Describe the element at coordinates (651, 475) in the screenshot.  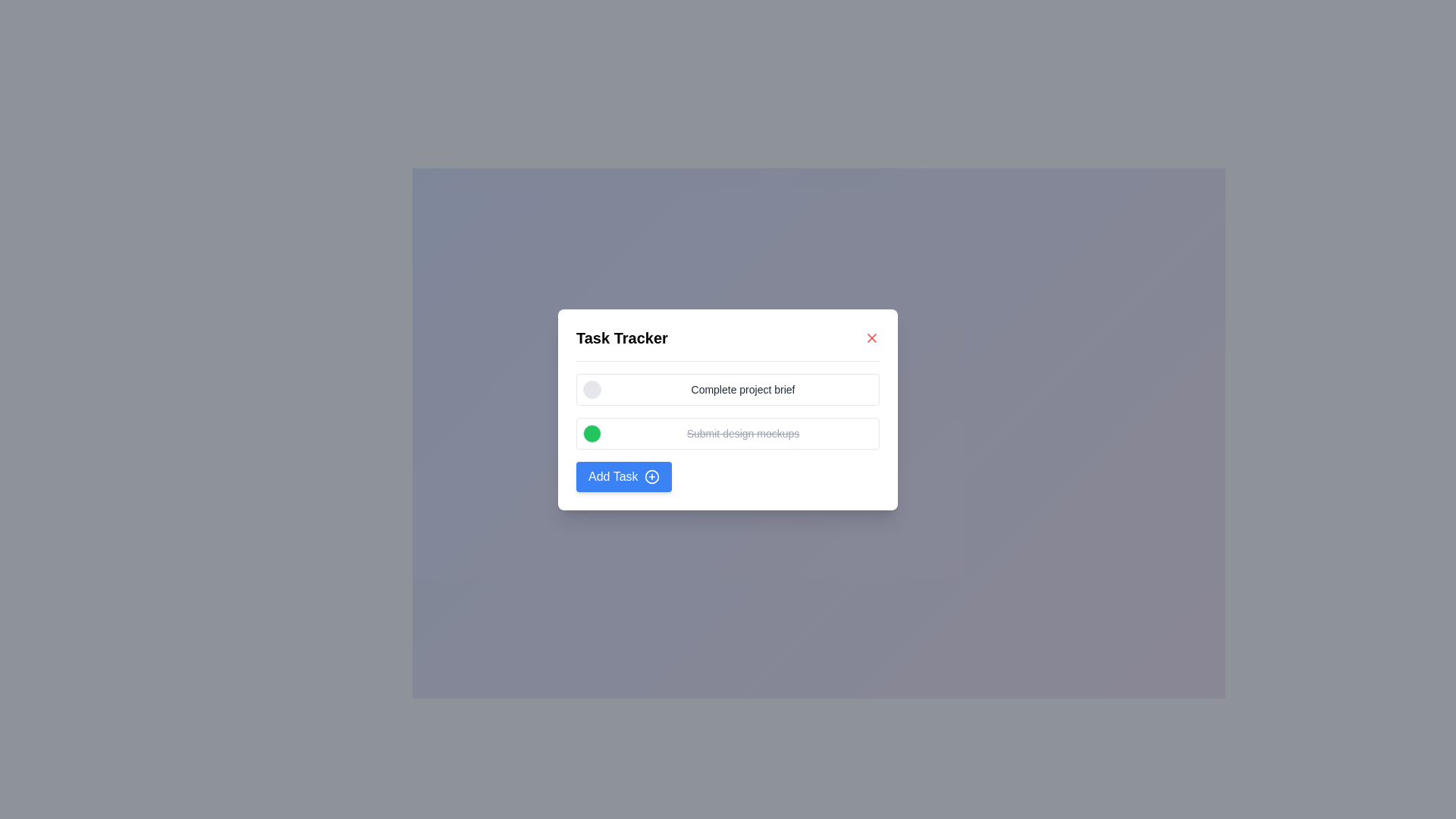
I see `the 'Add Task' icon, which is visually represented by a combination of circular and linear components, centrally located on the blue background of the button` at that location.